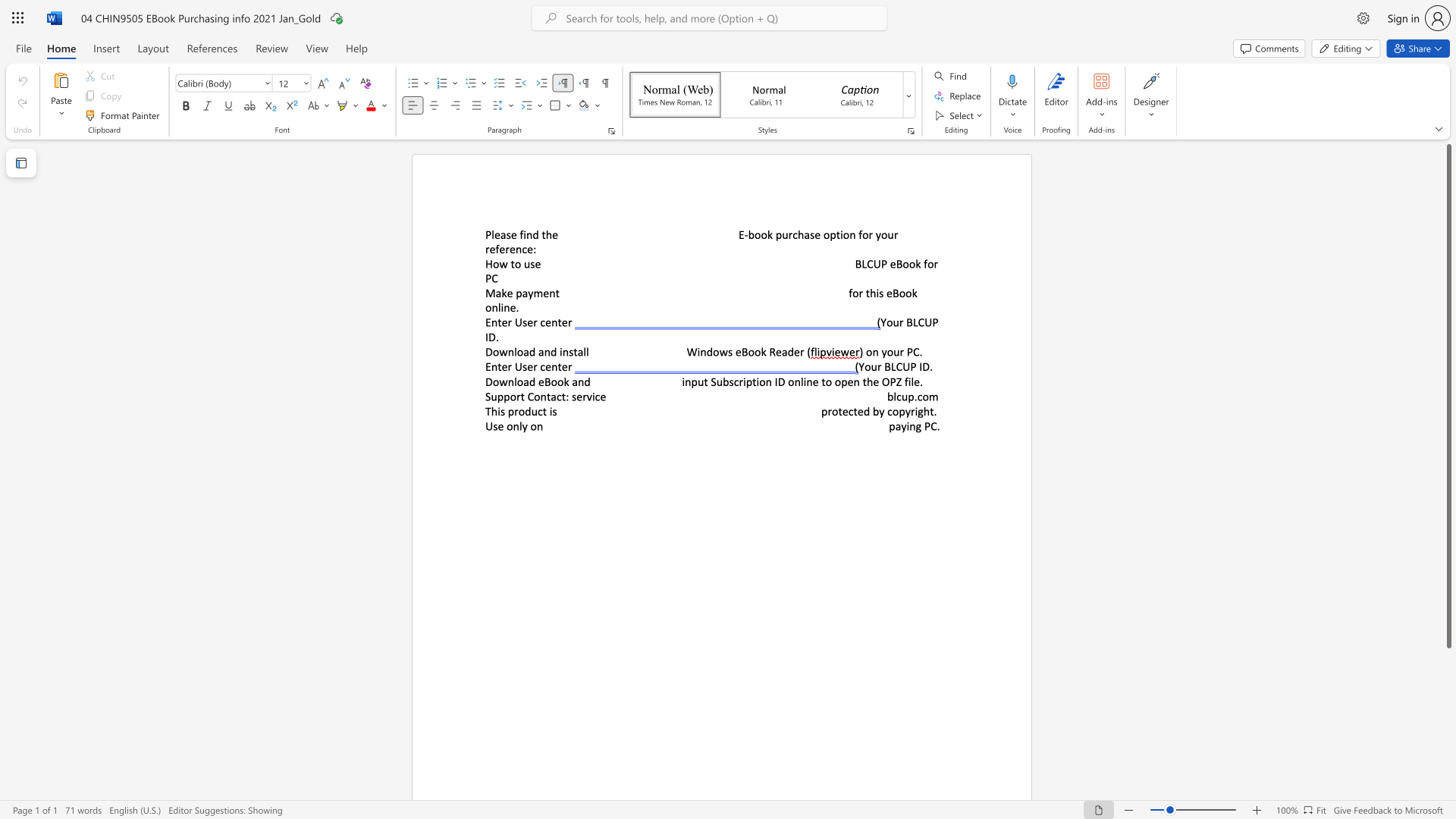 The image size is (1456, 819). What do you see at coordinates (884, 352) in the screenshot?
I see `the 1th character "y" in the text` at bounding box center [884, 352].